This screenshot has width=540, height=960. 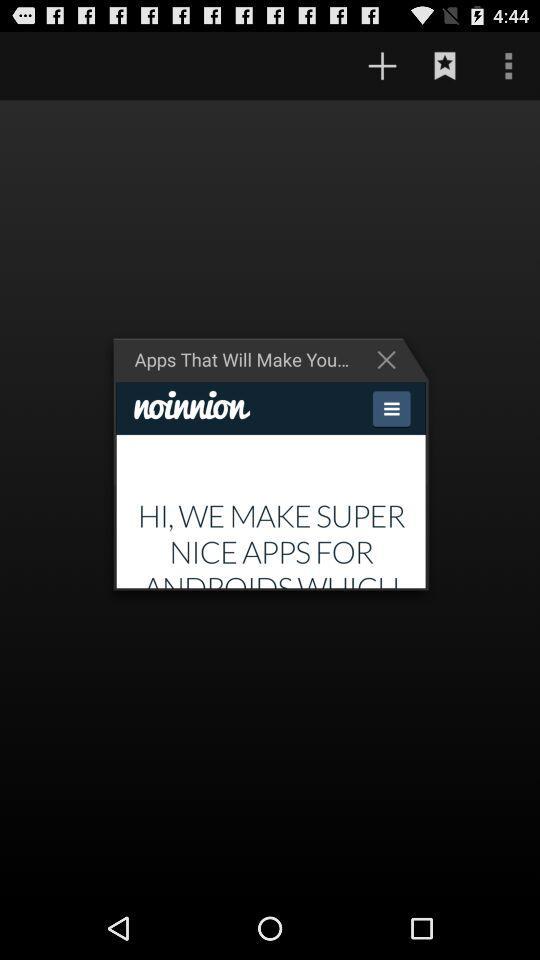 I want to click on the bookmark icon, so click(x=445, y=70).